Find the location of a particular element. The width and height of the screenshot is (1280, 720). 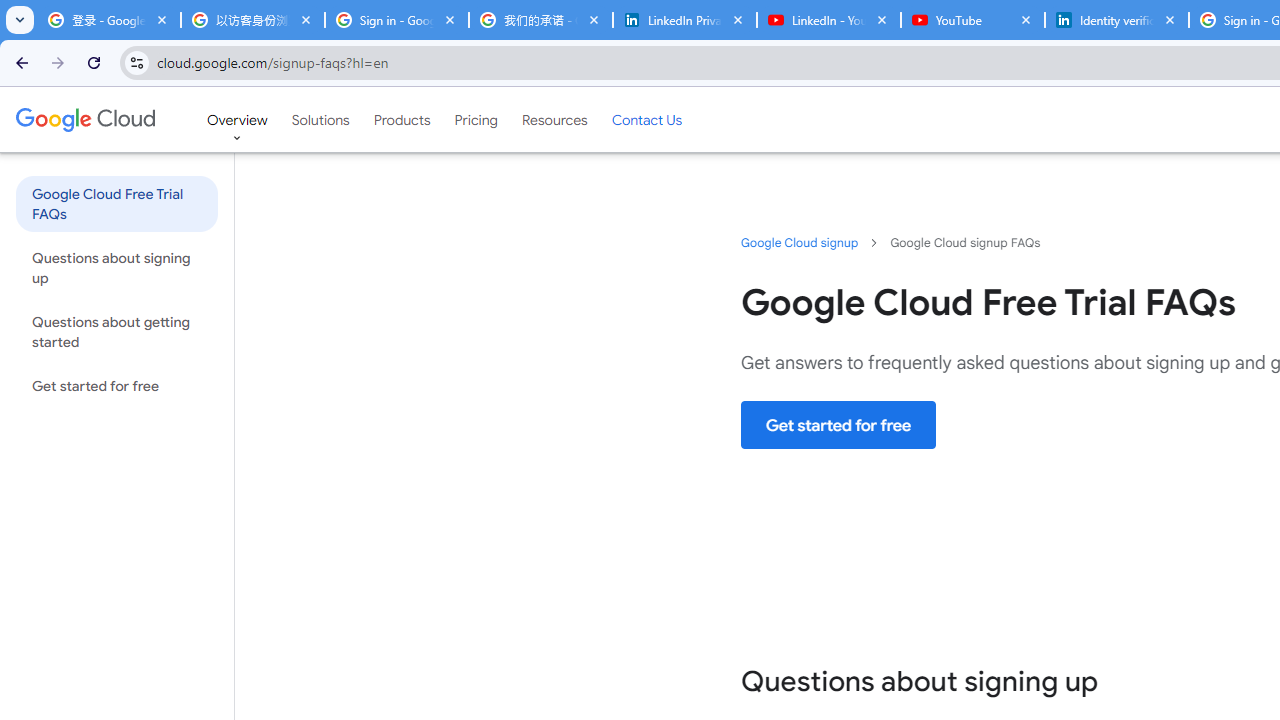

'YouTube' is located at coordinates (972, 20).